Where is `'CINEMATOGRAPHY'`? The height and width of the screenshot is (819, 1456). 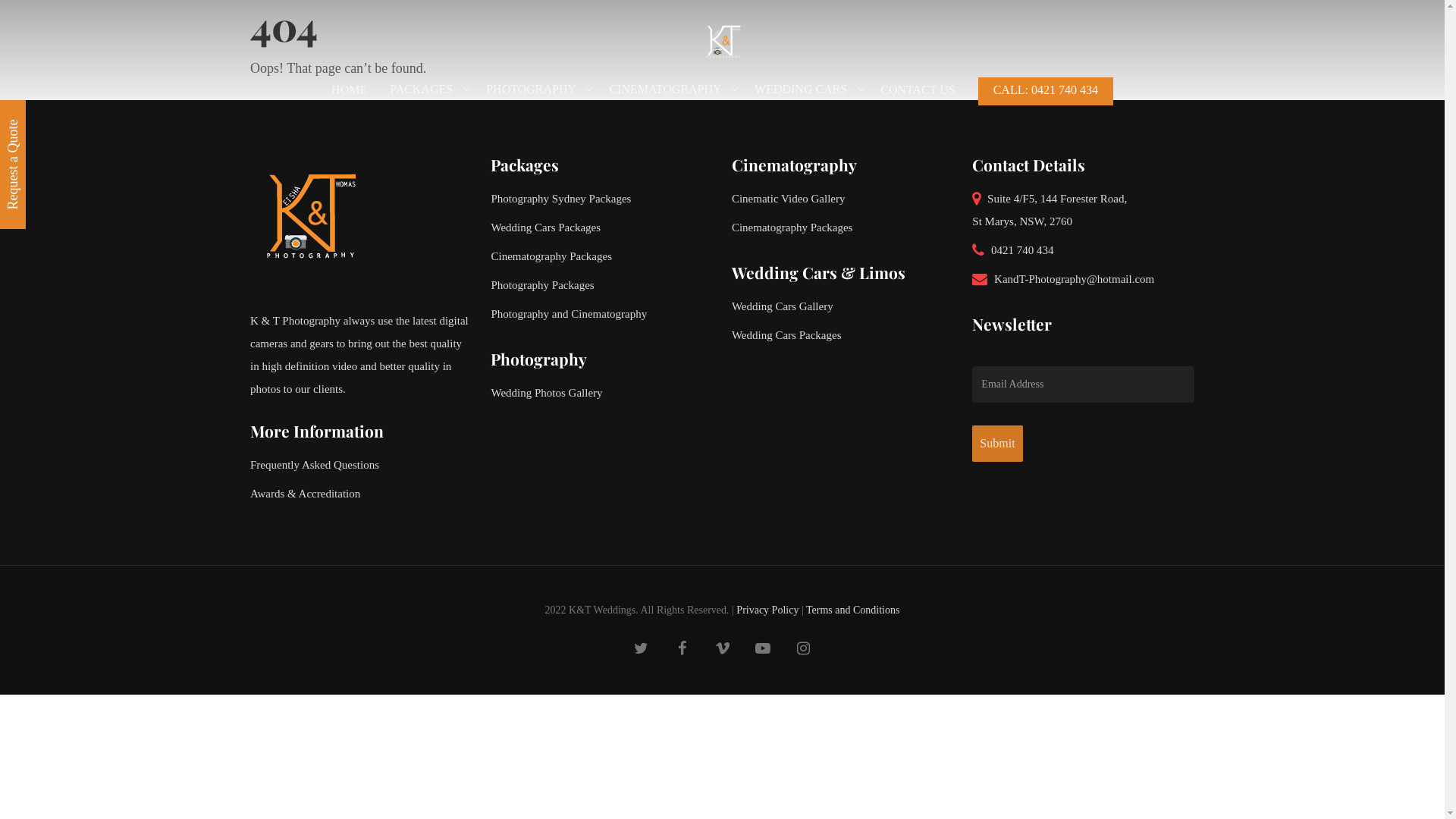 'CINEMATOGRAPHY' is located at coordinates (669, 97).